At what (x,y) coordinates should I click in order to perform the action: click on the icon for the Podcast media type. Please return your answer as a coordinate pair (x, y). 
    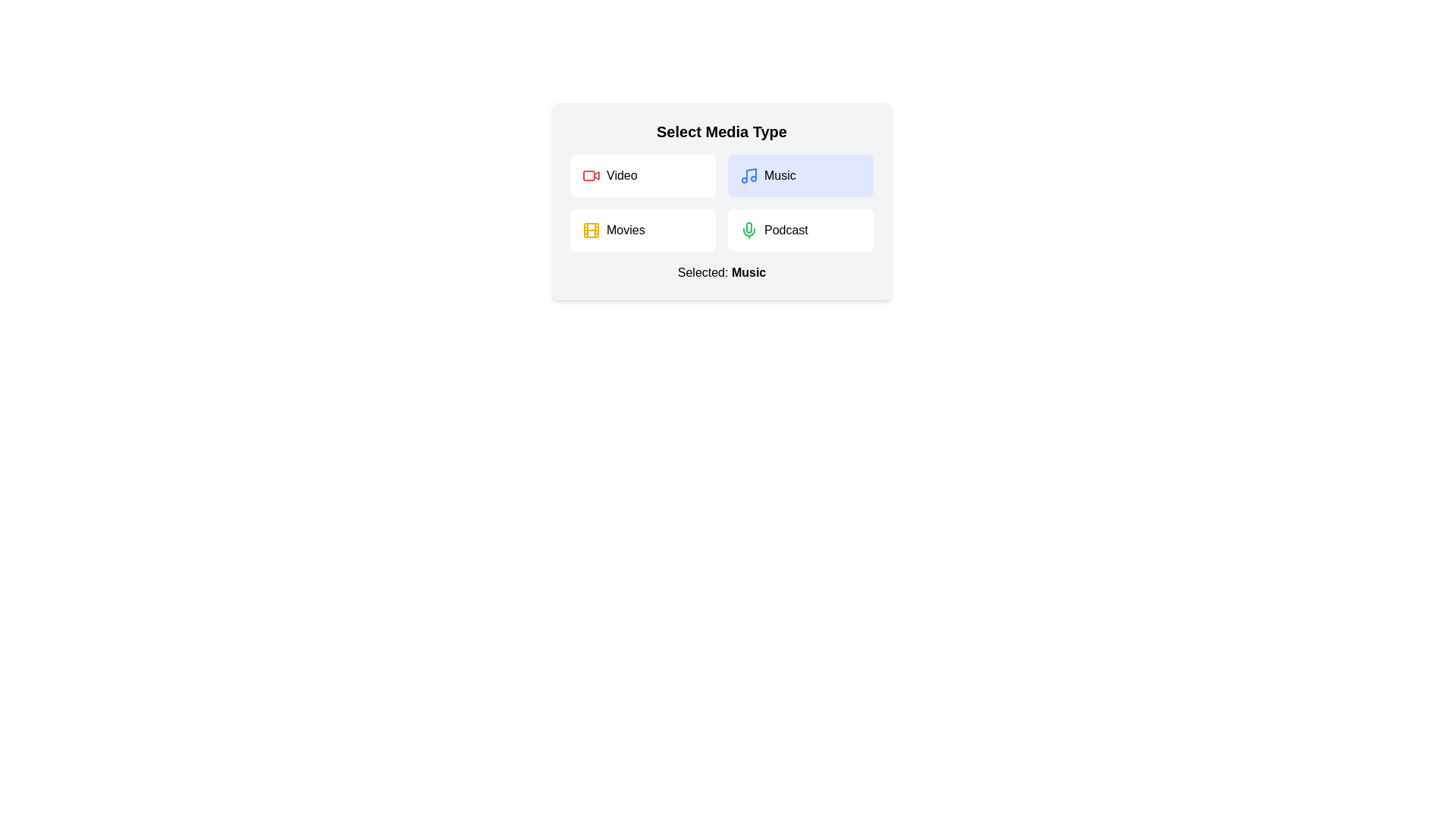
    Looking at the image, I should click on (749, 231).